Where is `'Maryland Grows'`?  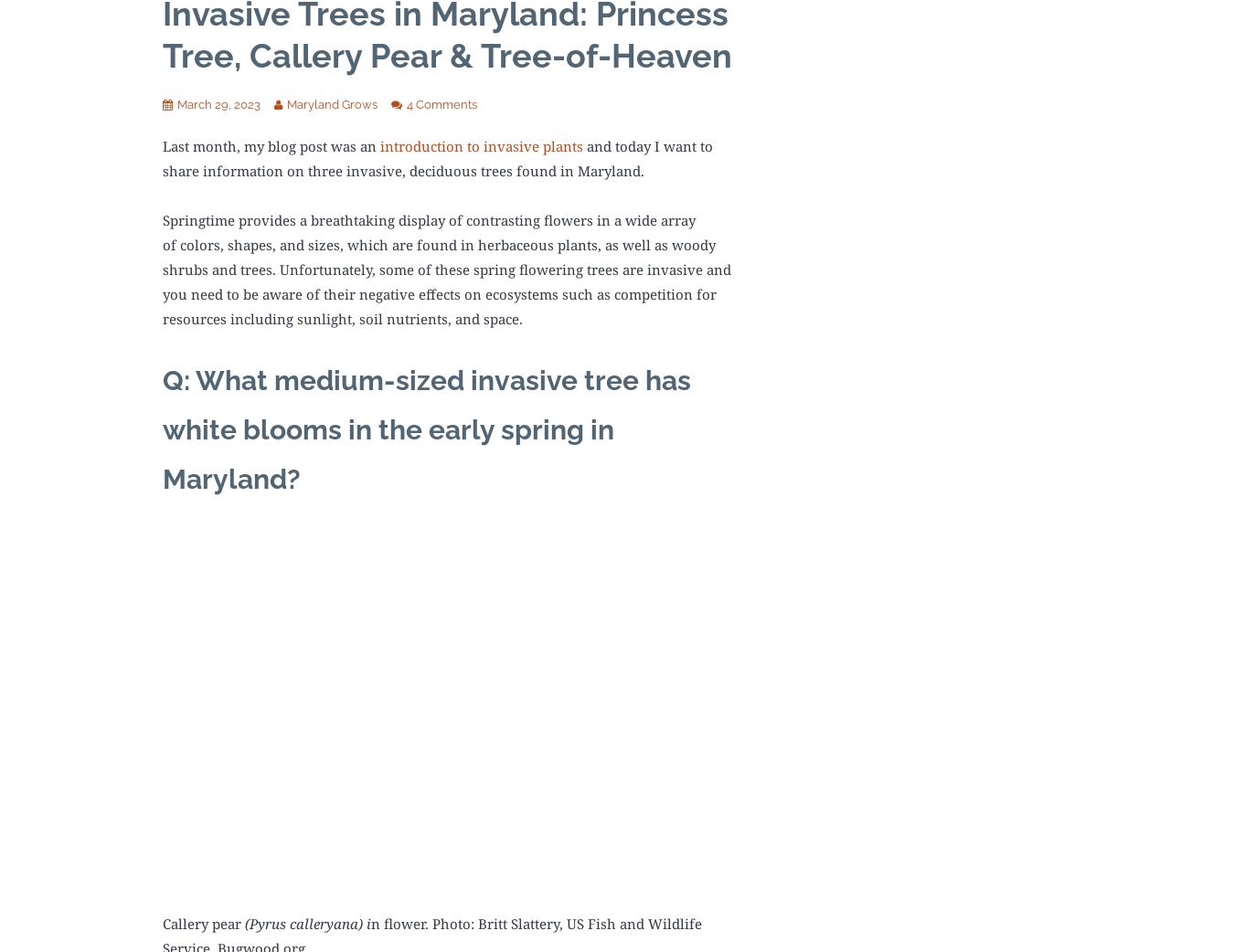 'Maryland Grows' is located at coordinates (332, 104).